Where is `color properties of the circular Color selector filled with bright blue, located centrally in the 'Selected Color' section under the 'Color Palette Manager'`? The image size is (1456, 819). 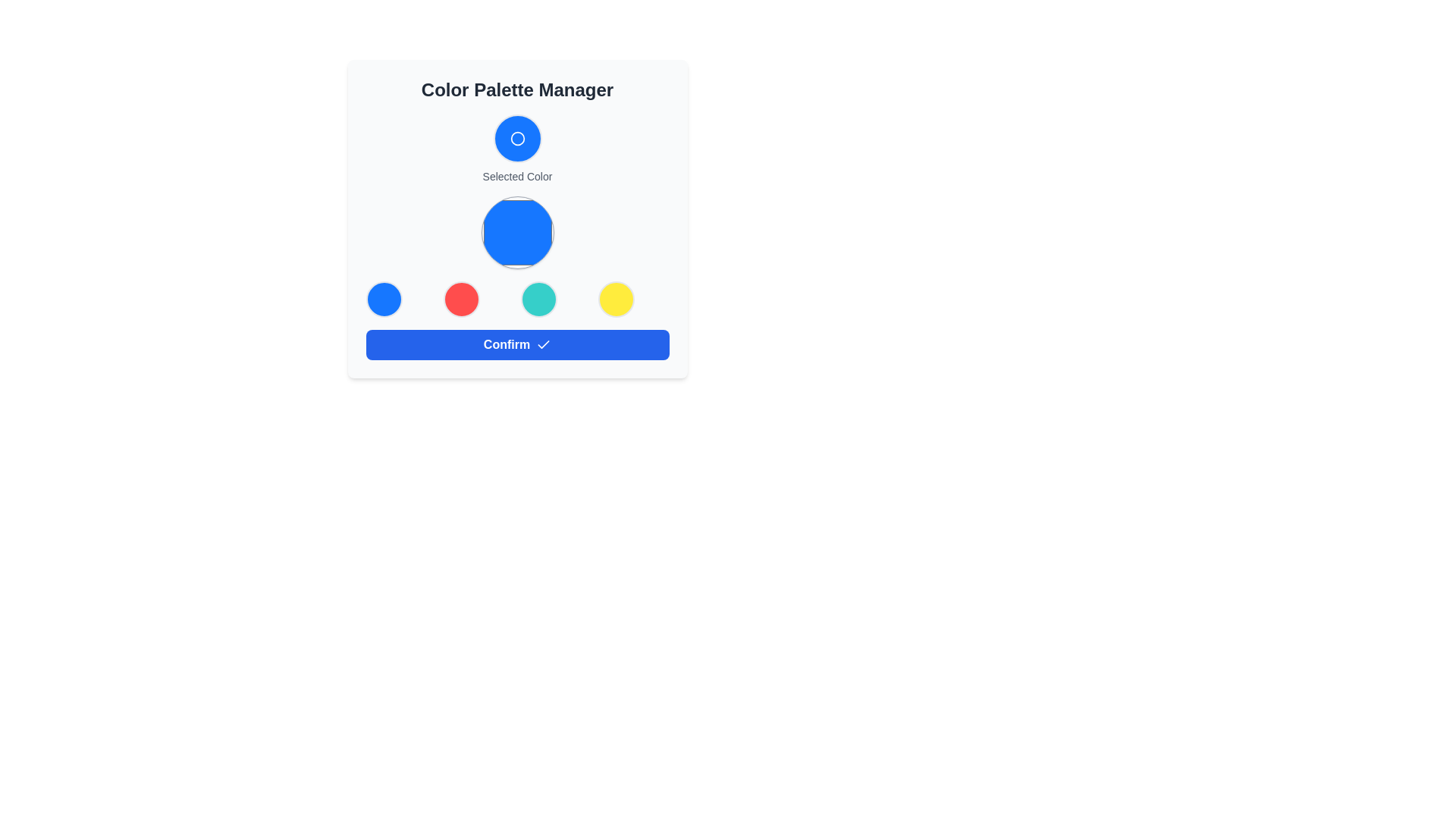 color properties of the circular Color selector filled with bright blue, located centrally in the 'Selected Color' section under the 'Color Palette Manager' is located at coordinates (517, 219).